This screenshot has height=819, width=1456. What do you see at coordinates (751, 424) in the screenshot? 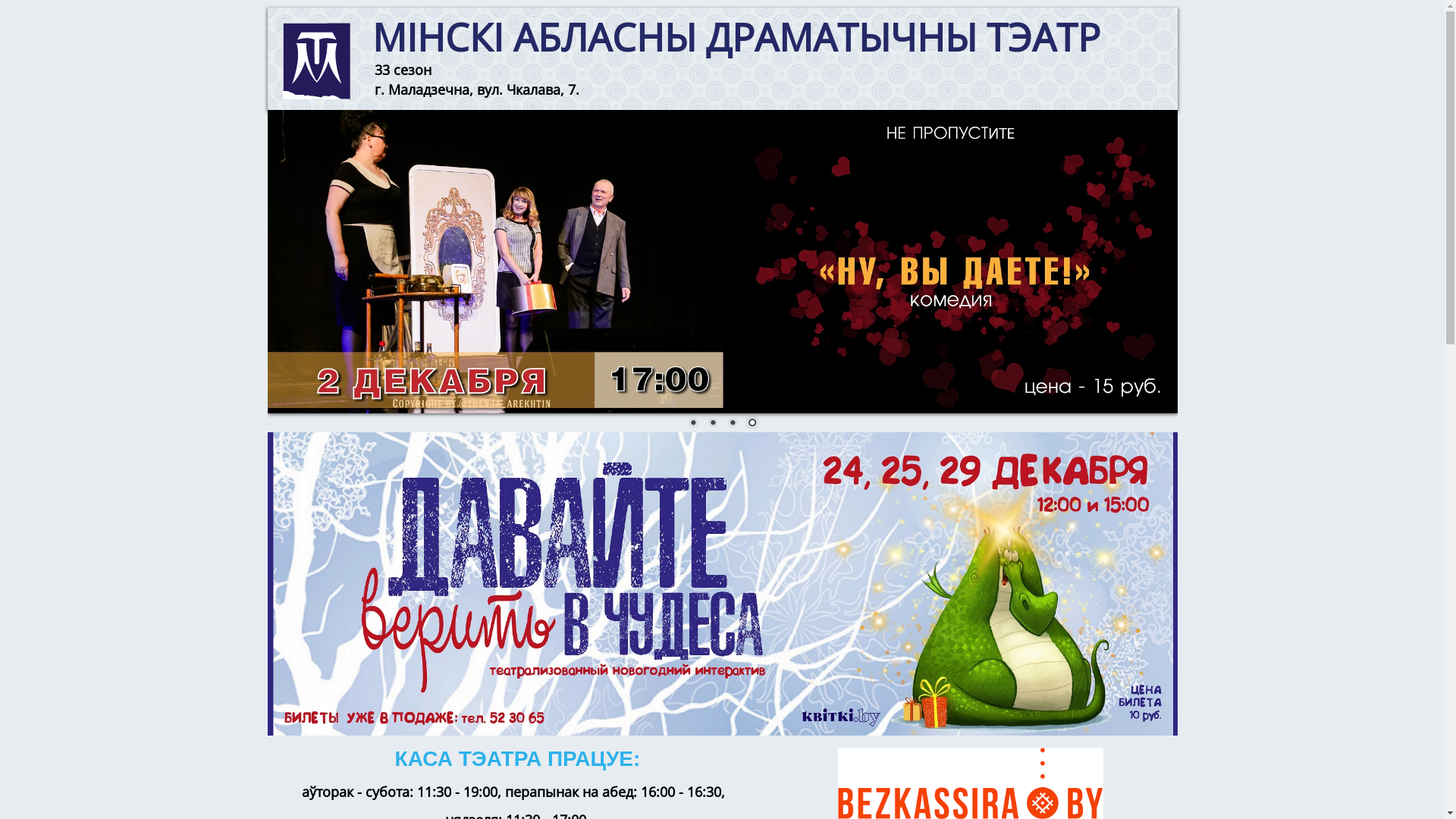
I see `'4'` at bounding box center [751, 424].